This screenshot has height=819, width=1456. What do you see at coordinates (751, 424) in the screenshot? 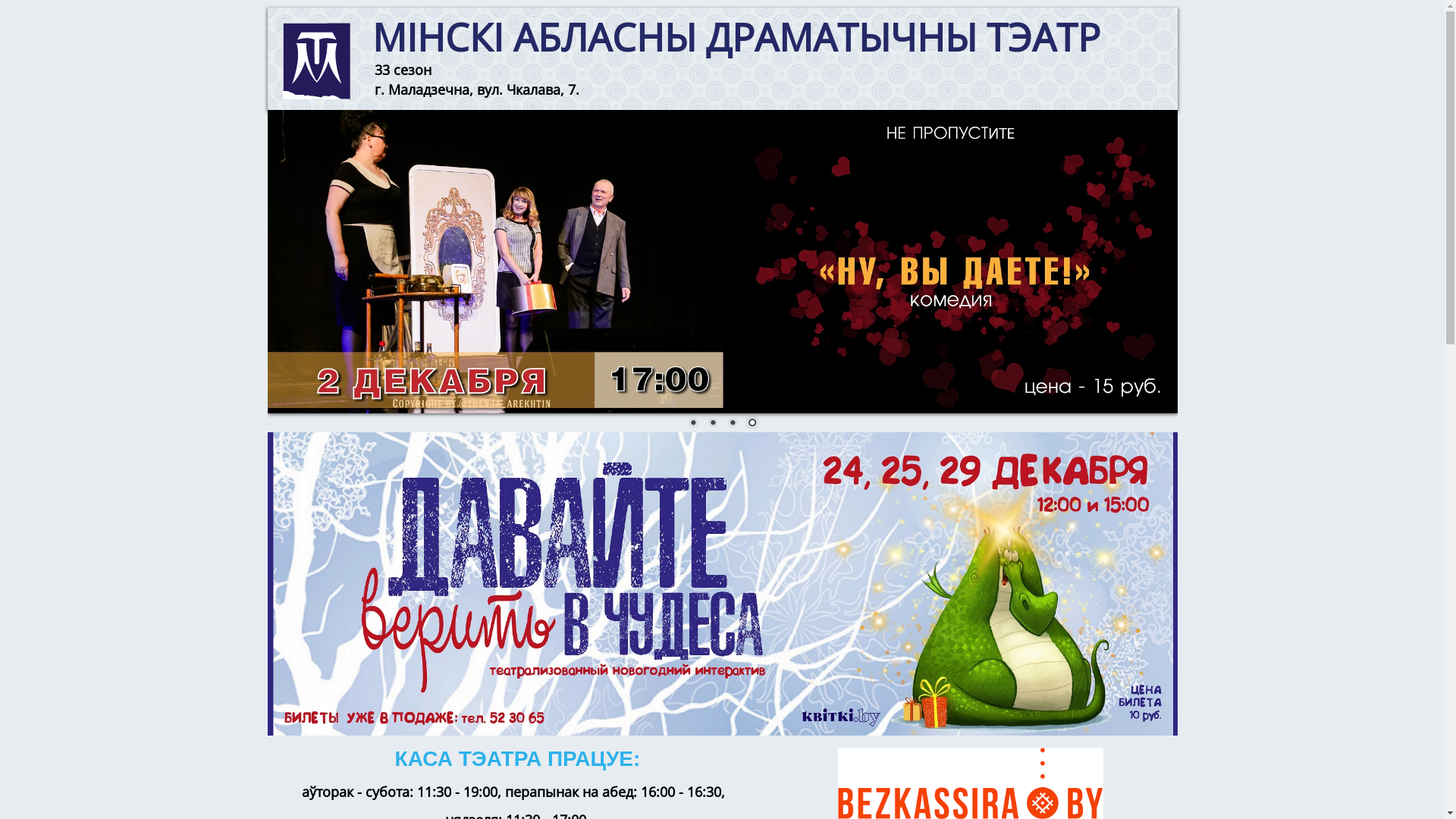
I see `'4'` at bounding box center [751, 424].